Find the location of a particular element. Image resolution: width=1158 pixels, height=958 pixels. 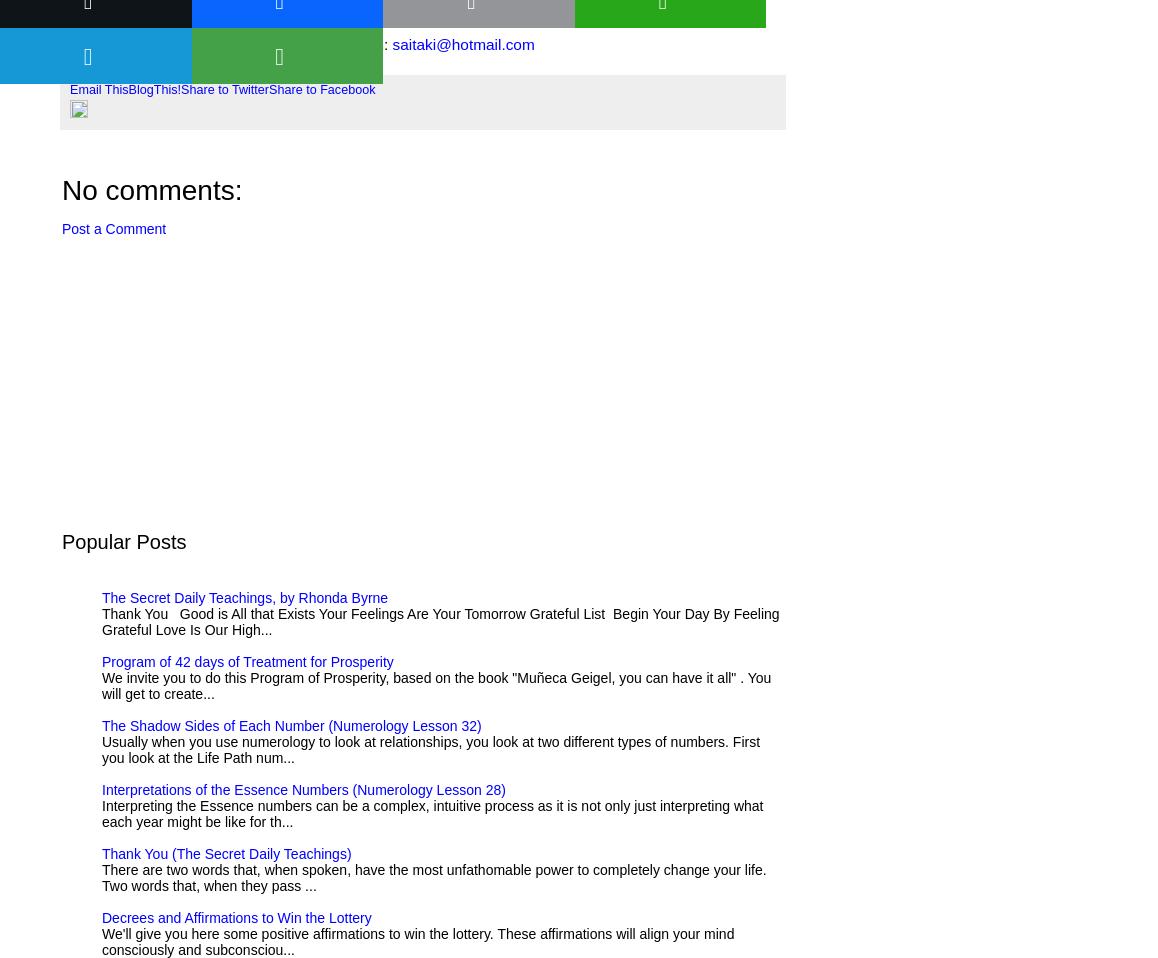

'Program of 42 days of Treatment for Prosperity' is located at coordinates (246, 660).